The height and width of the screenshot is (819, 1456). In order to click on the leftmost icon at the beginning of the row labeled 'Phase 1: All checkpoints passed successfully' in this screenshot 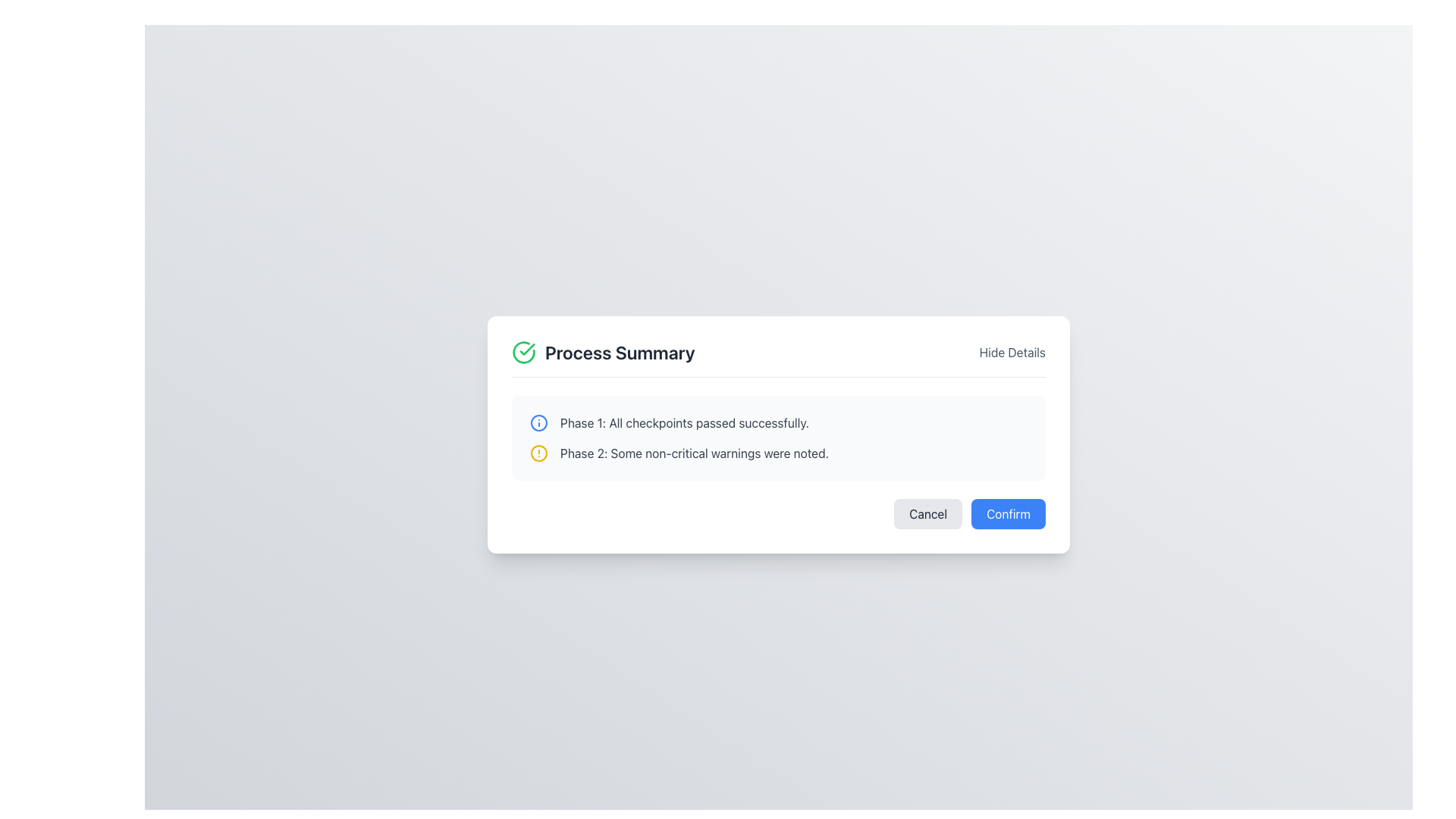, I will do `click(538, 422)`.